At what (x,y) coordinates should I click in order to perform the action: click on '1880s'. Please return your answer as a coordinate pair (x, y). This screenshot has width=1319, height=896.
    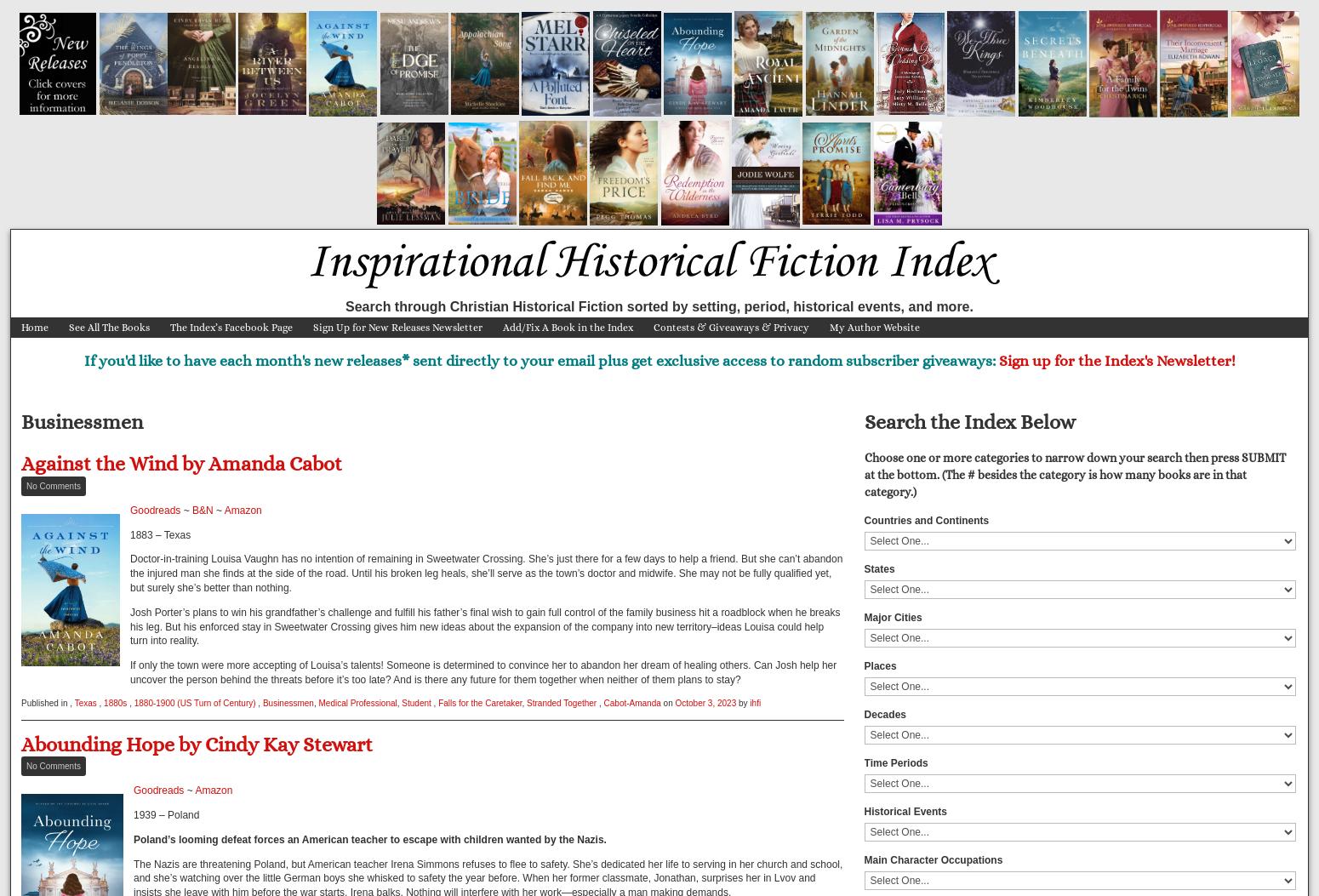
    Looking at the image, I should click on (115, 701).